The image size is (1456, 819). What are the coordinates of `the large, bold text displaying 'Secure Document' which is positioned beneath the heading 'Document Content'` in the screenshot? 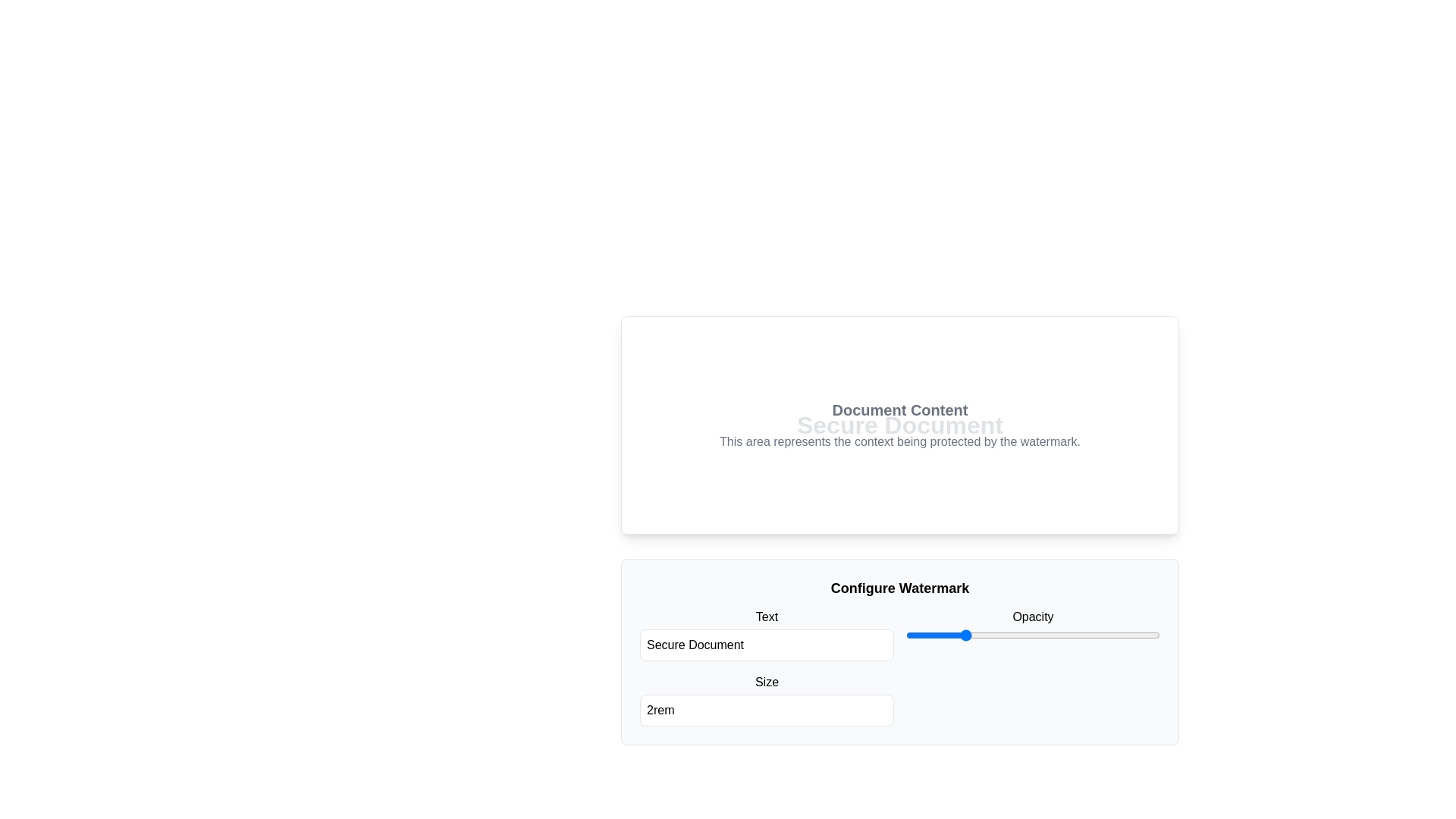 It's located at (899, 425).